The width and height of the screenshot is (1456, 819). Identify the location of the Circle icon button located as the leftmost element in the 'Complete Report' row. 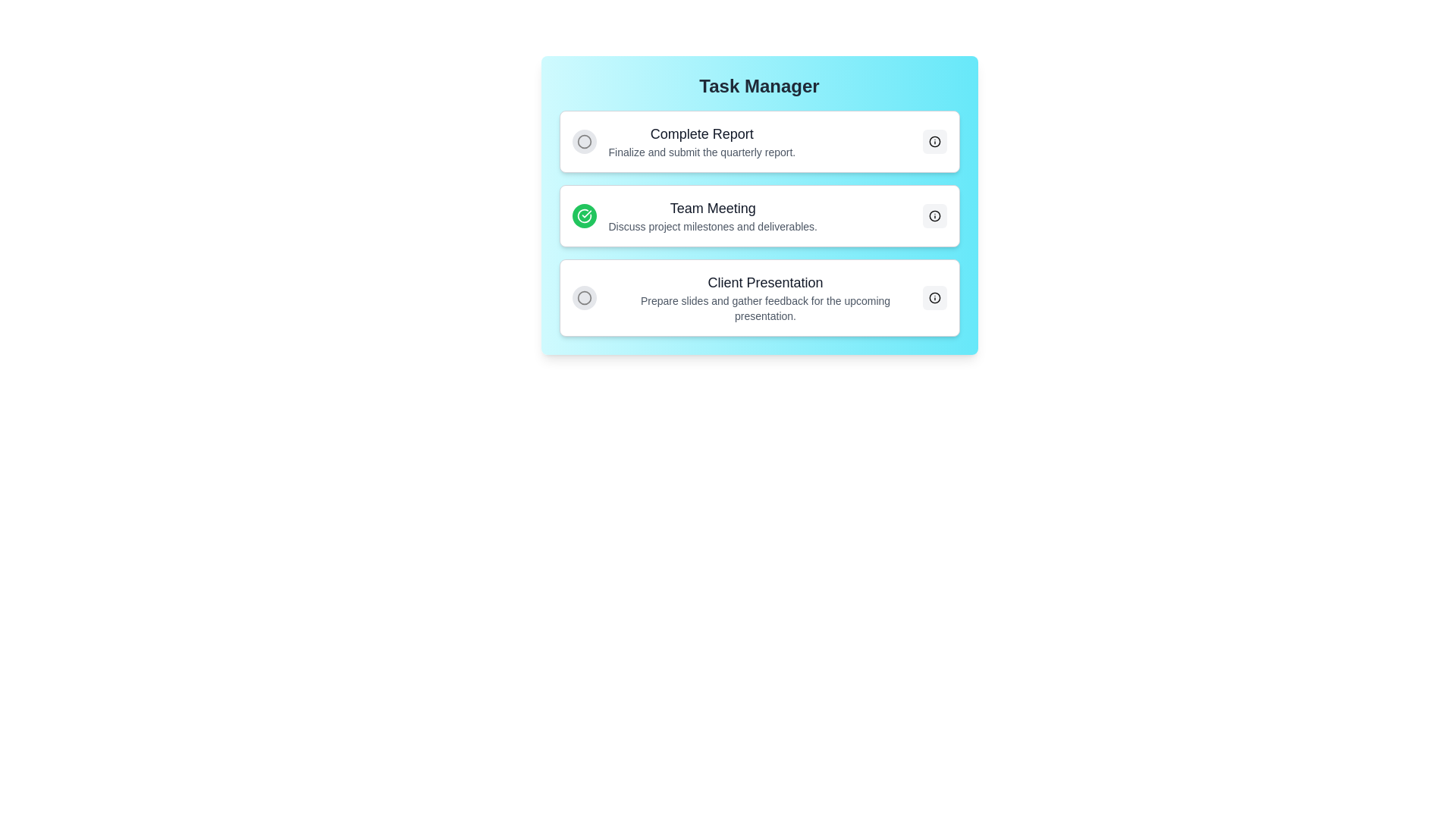
(583, 141).